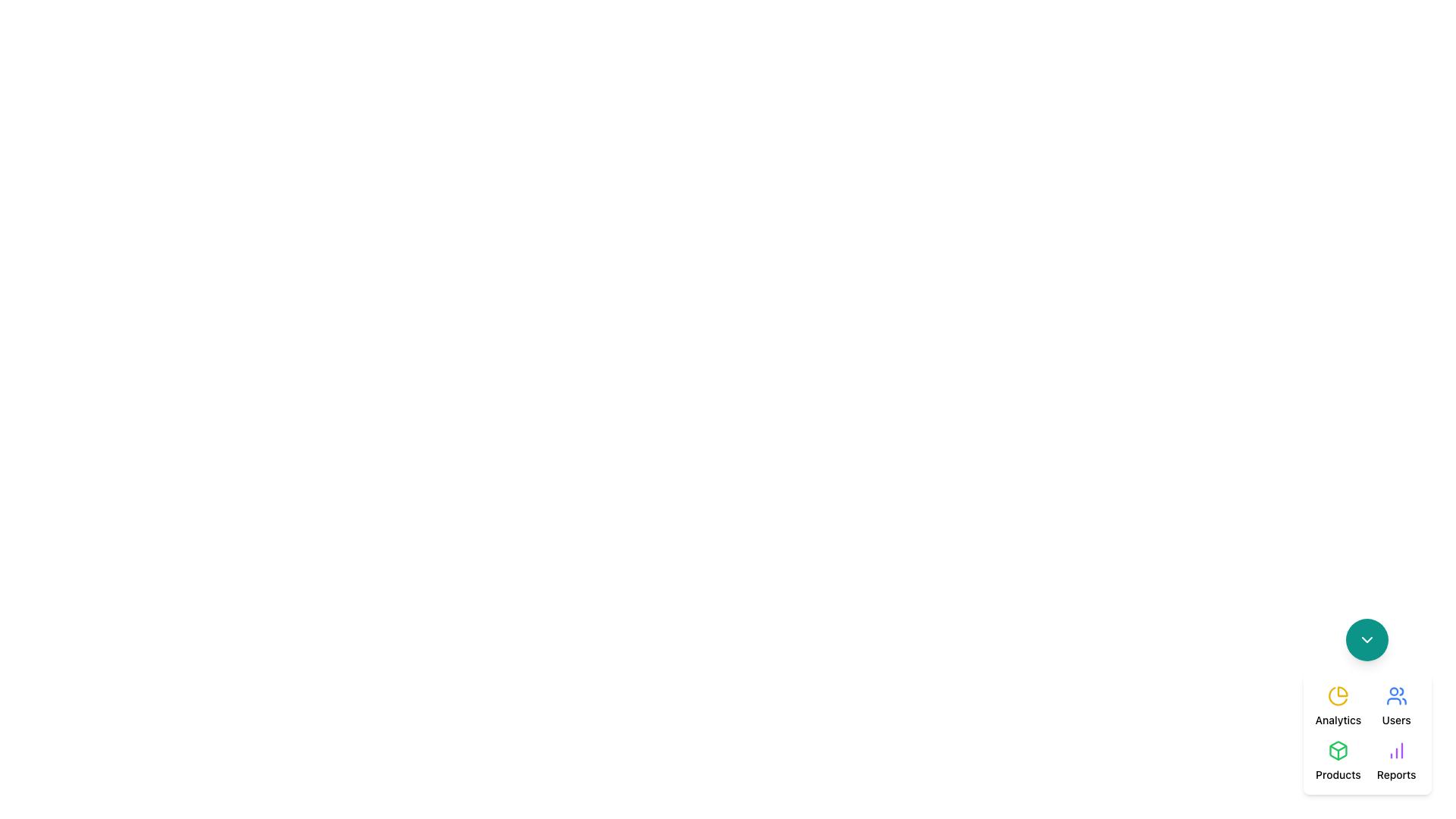 The height and width of the screenshot is (819, 1456). What do you see at coordinates (1338, 696) in the screenshot?
I see `the 'Analytics' icon located in the bottom-right part of the interface, which serves as a navigation element to the analytics section` at bounding box center [1338, 696].